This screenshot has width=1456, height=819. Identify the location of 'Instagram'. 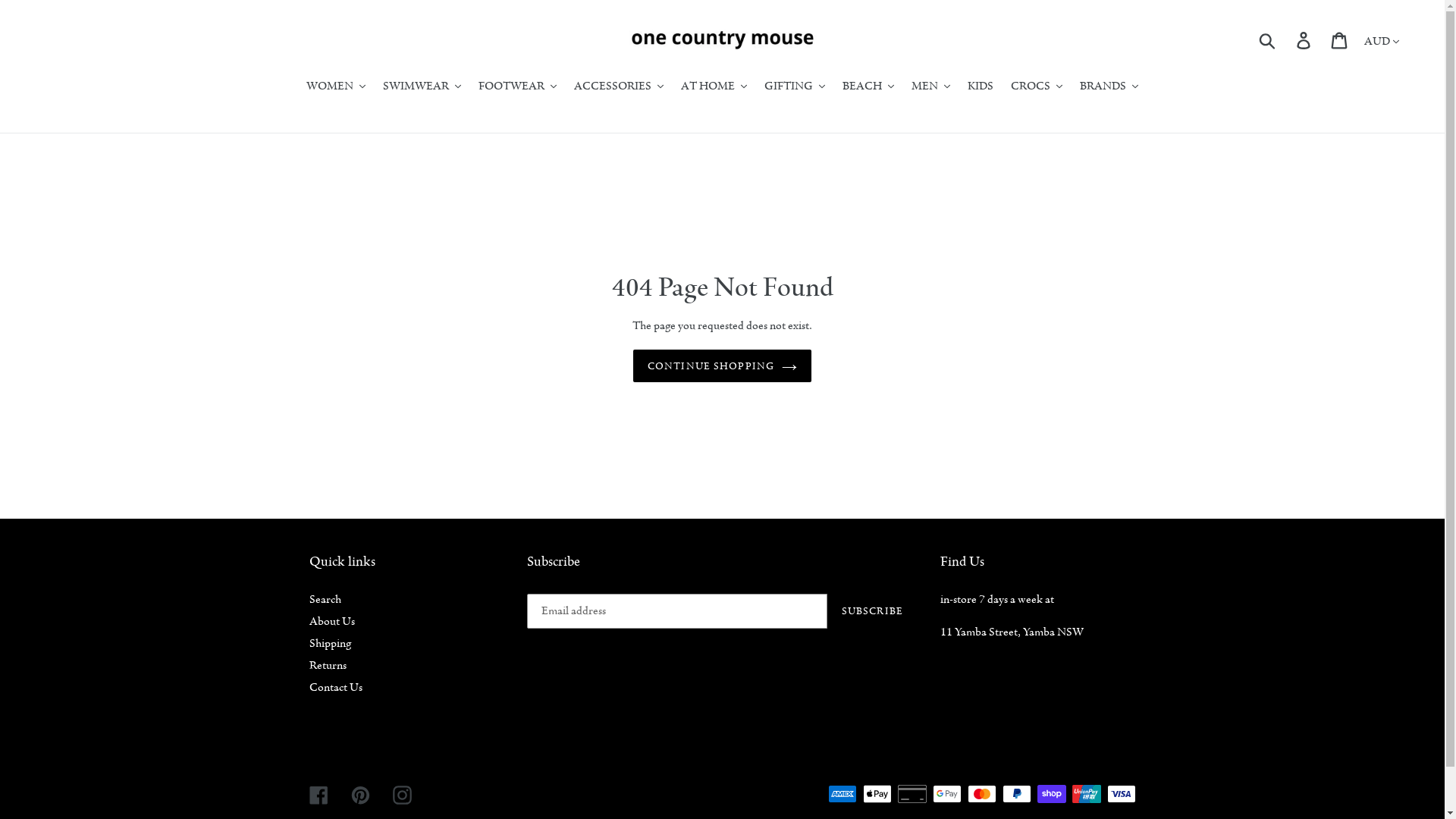
(393, 792).